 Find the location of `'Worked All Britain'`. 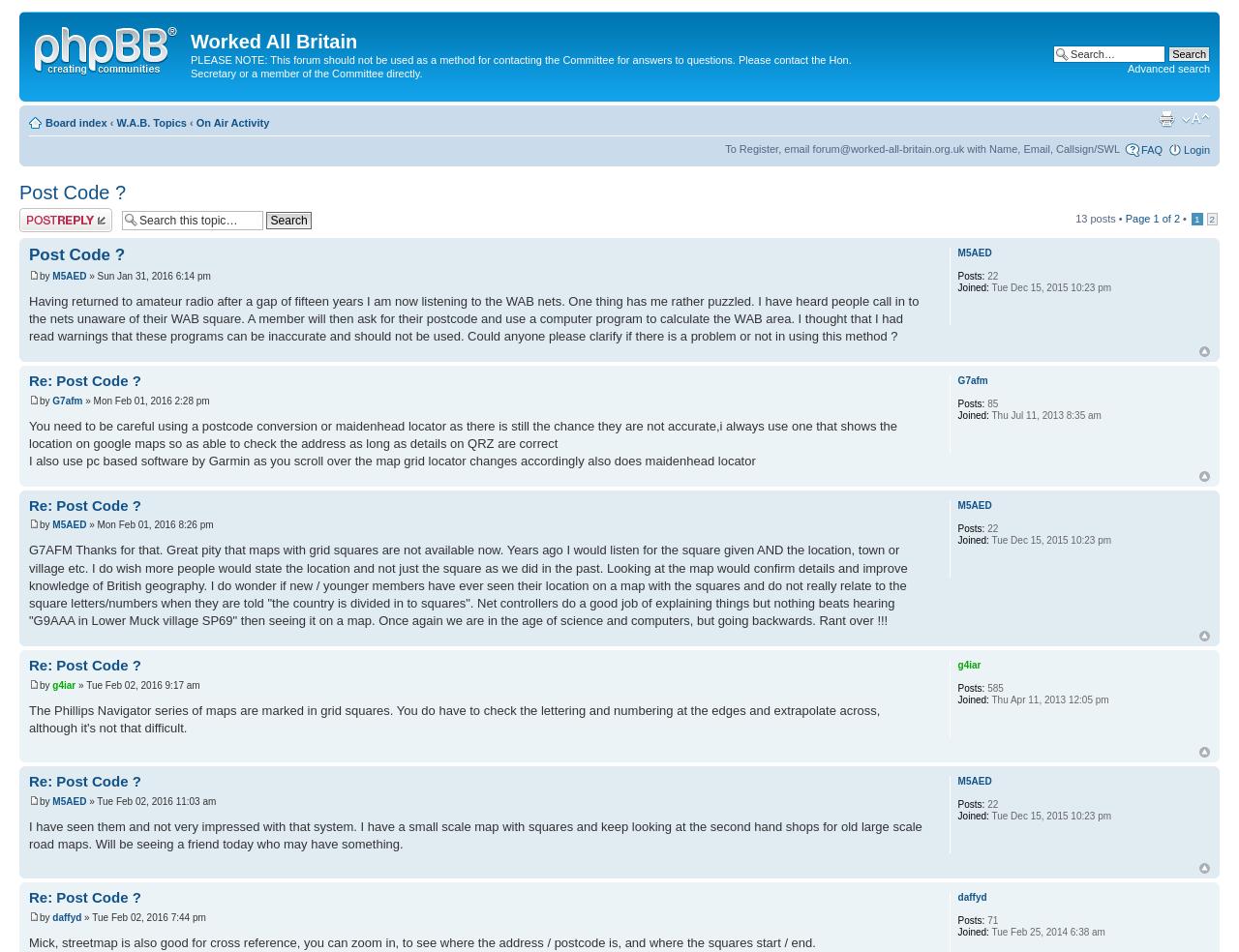

'Worked All Britain' is located at coordinates (273, 41).